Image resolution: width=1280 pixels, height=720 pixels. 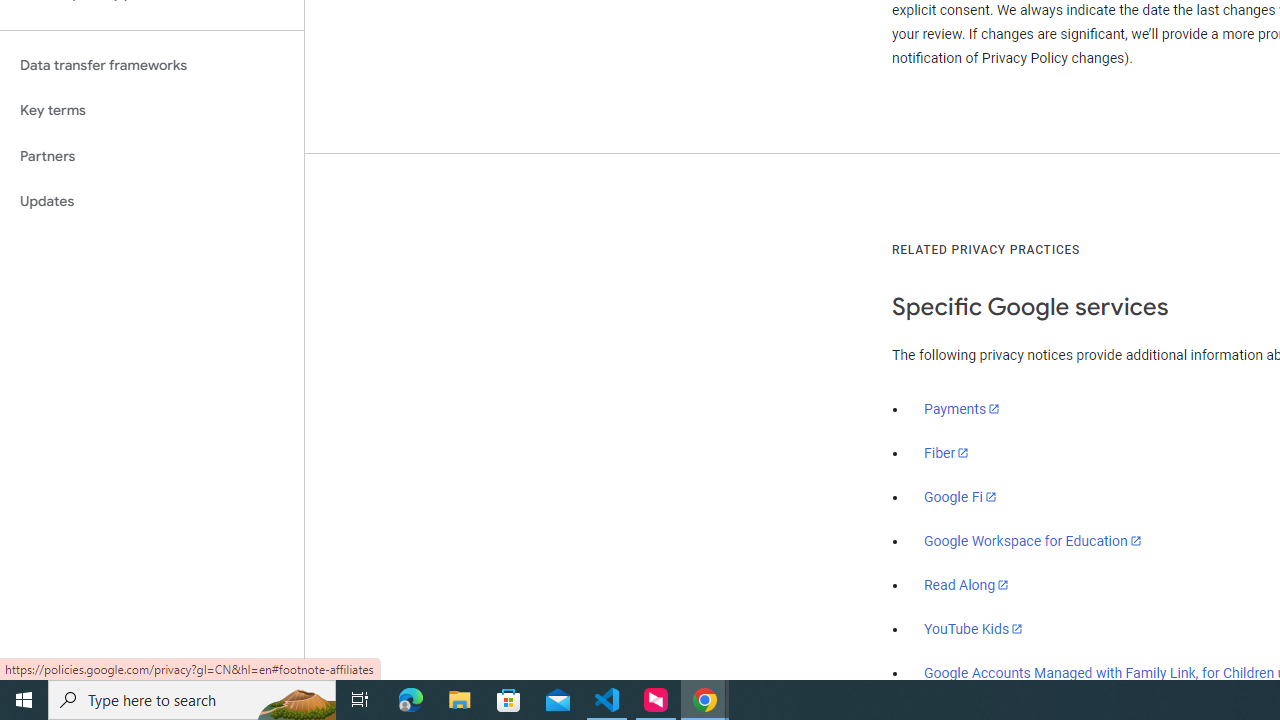 What do you see at coordinates (967, 585) in the screenshot?
I see `'Read Along'` at bounding box center [967, 585].